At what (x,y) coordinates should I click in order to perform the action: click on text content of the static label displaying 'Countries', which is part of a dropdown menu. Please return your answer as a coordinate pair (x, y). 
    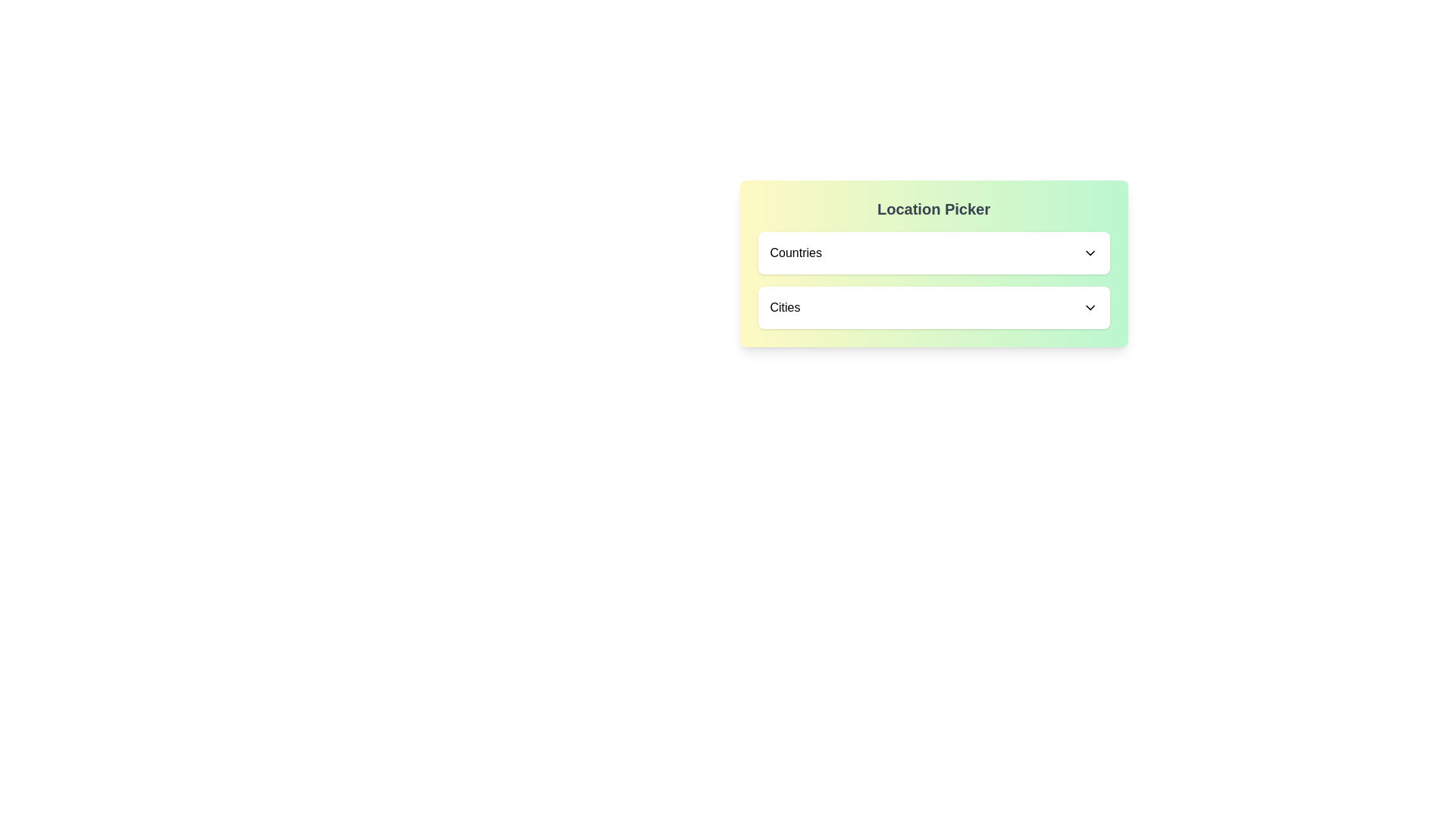
    Looking at the image, I should click on (795, 253).